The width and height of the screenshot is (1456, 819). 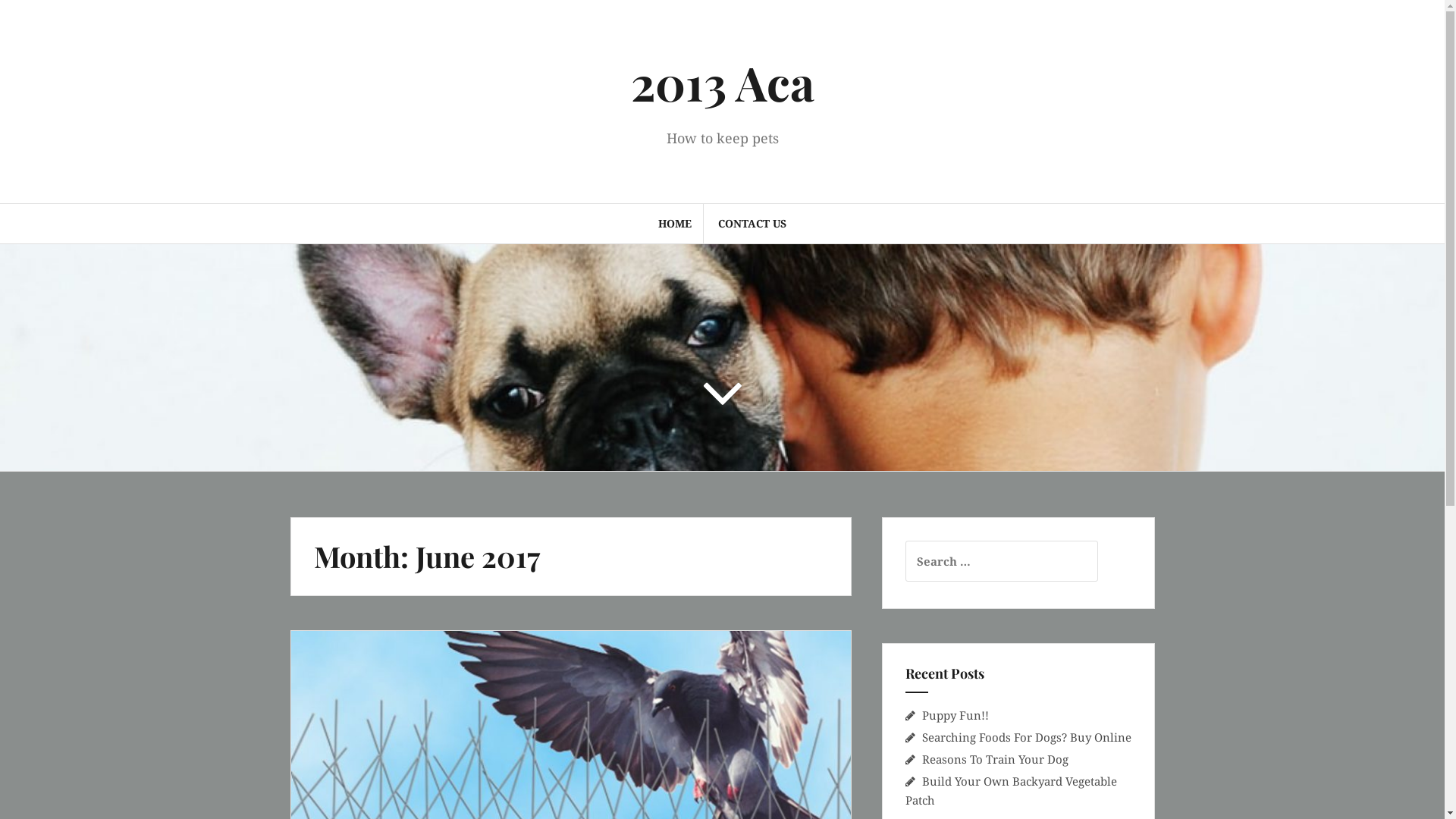 I want to click on 'CONTACT US', so click(x=752, y=223).